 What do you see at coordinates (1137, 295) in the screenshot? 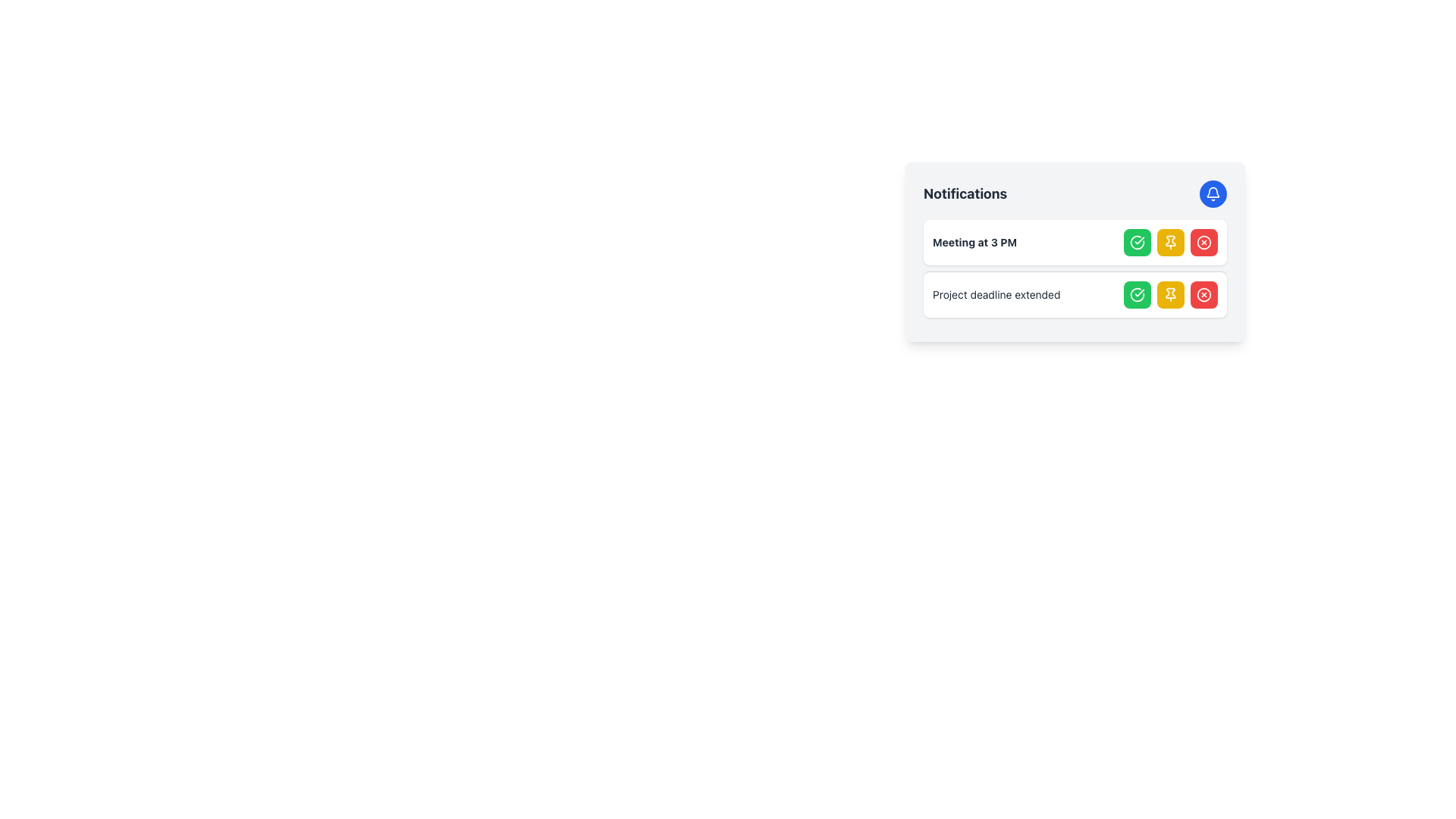
I see `the green rounded button with a white checkmark icon located in the second notification row of the 'Notifications' card` at bounding box center [1137, 295].